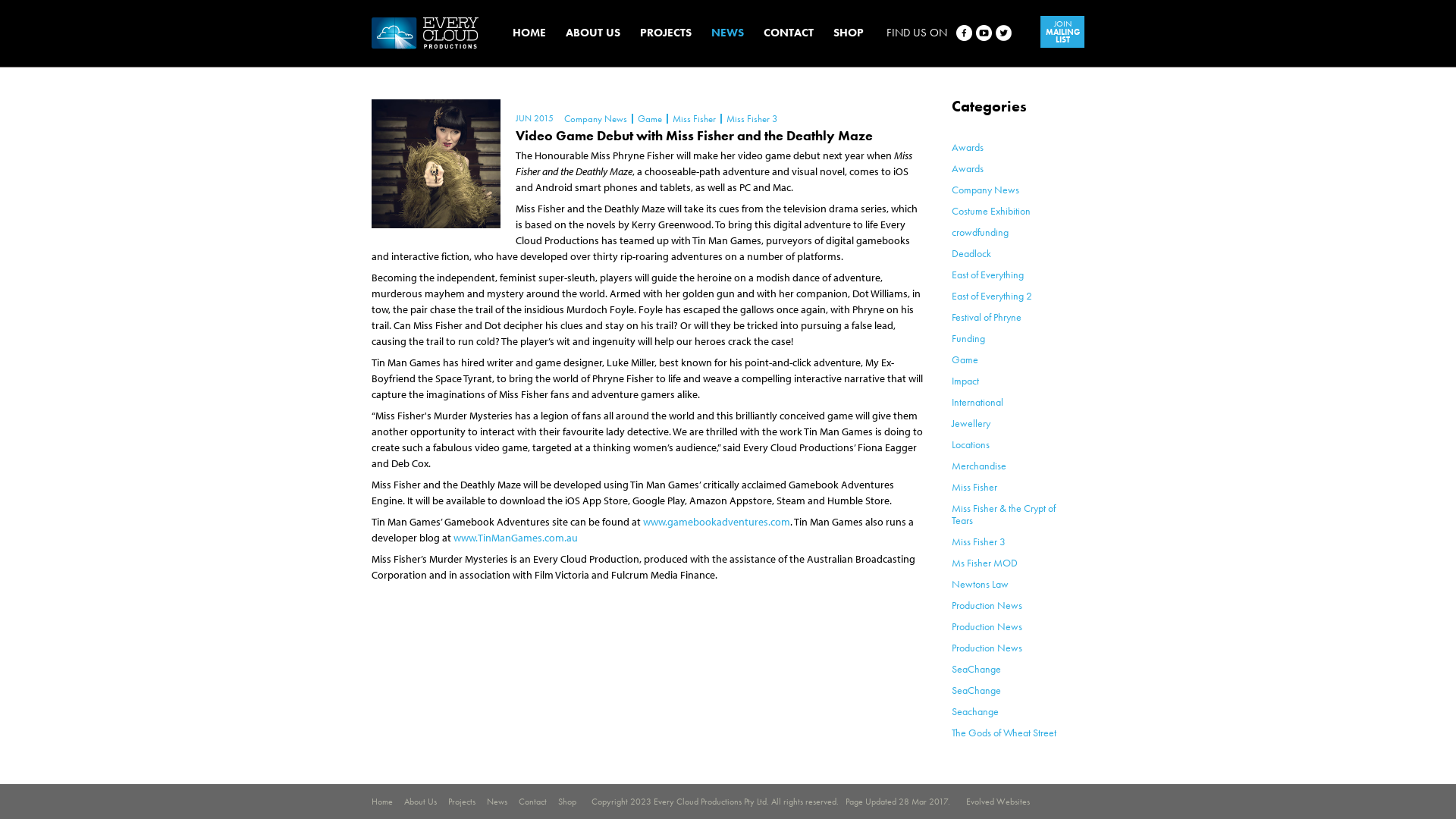 The image size is (1456, 819). What do you see at coordinates (566, 800) in the screenshot?
I see `'Shop'` at bounding box center [566, 800].